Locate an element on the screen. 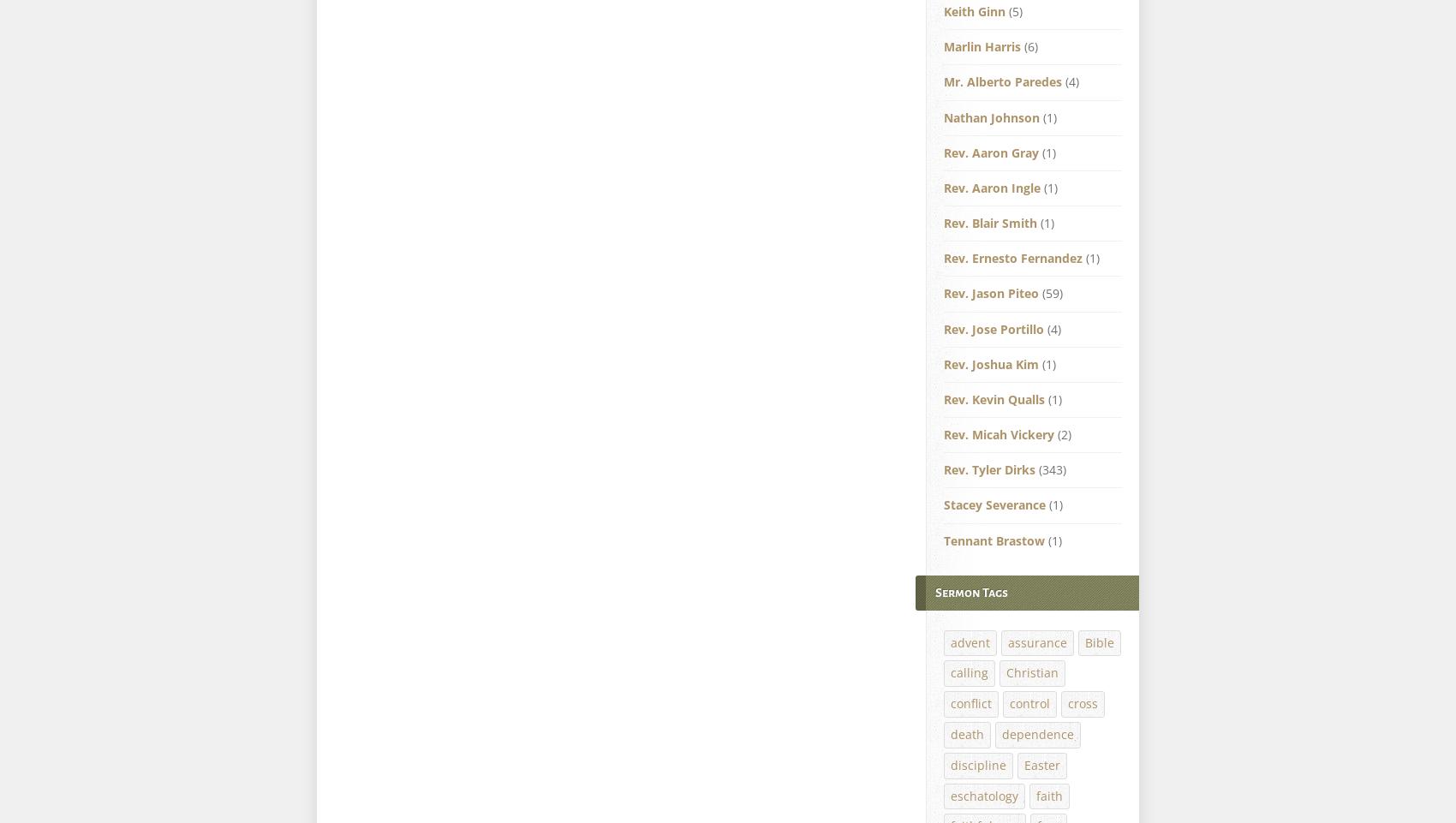 The height and width of the screenshot is (823, 1456). 'Bible' is located at coordinates (1100, 641).